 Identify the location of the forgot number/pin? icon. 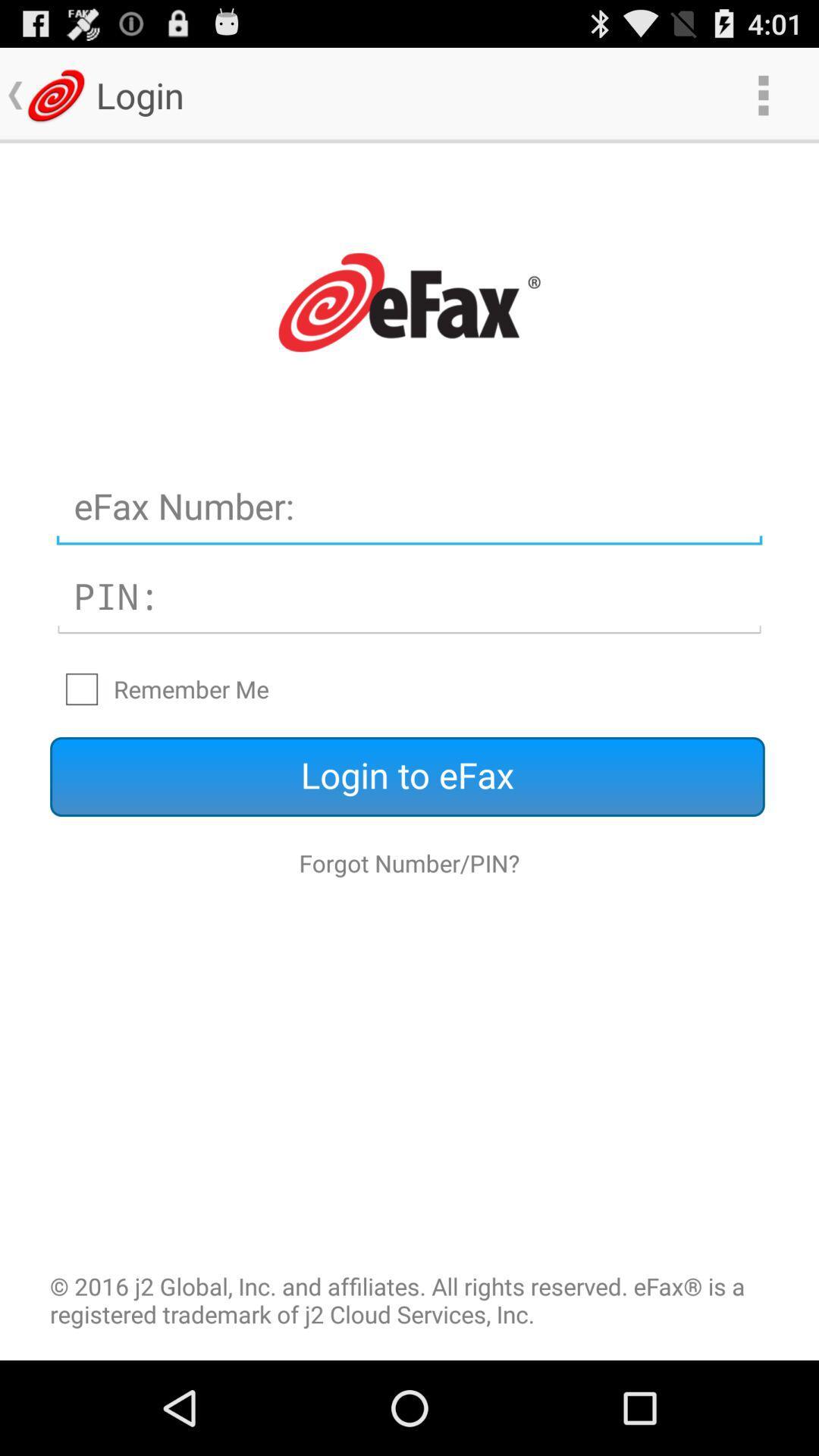
(409, 863).